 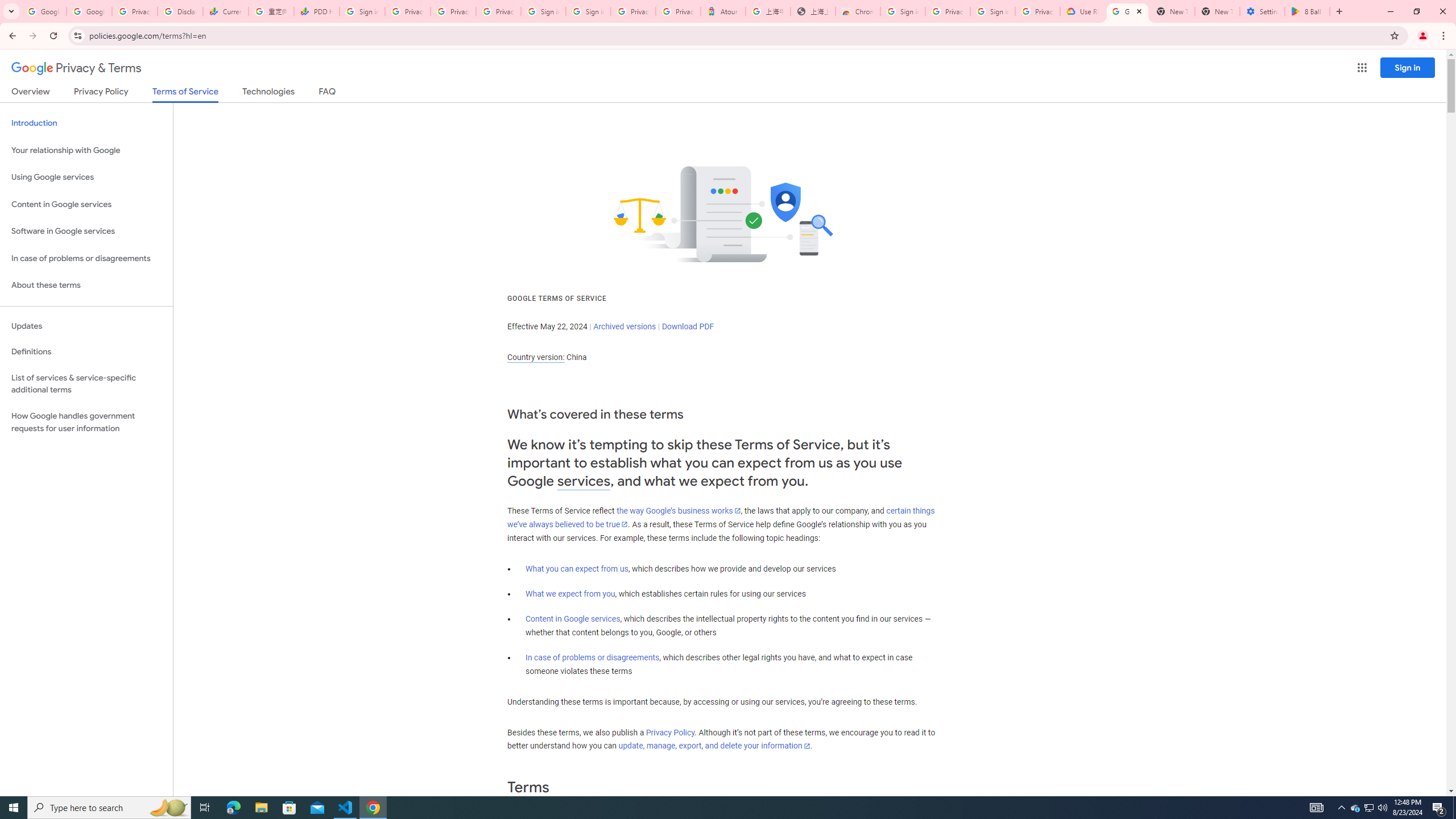 I want to click on 'What you can expect from us', so click(x=577, y=568).